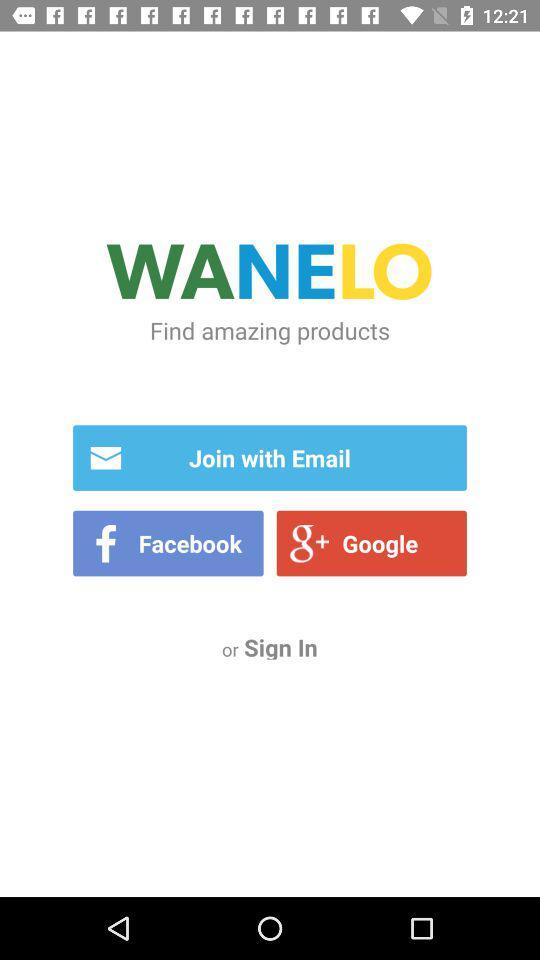 This screenshot has height=960, width=540. What do you see at coordinates (270, 274) in the screenshot?
I see `item above find amazing products icon` at bounding box center [270, 274].